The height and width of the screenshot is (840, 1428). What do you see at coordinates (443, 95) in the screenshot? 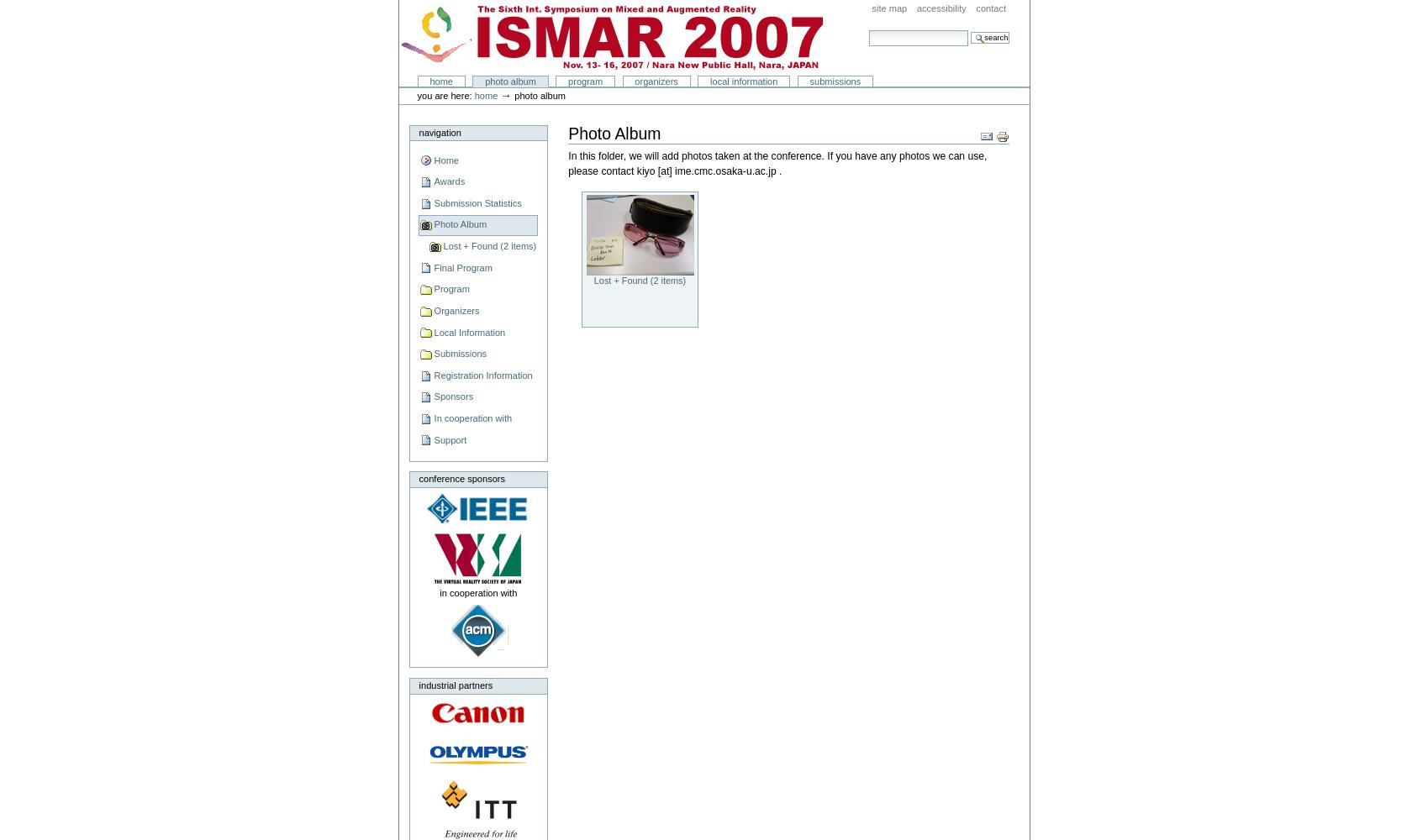
I see `'You 
are here:'` at bounding box center [443, 95].